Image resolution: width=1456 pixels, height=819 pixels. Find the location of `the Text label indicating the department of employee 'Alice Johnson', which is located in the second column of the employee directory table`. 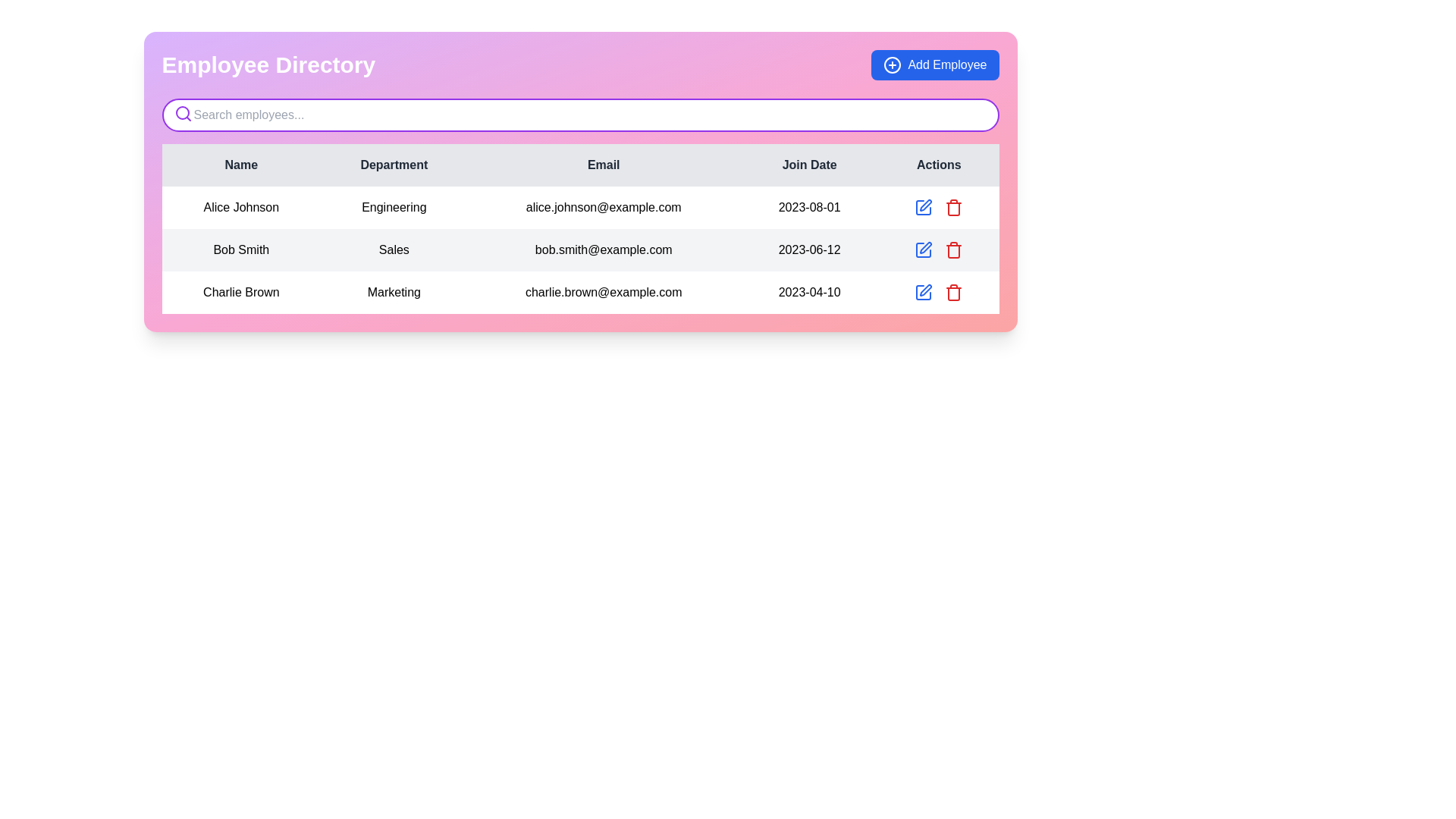

the Text label indicating the department of employee 'Alice Johnson', which is located in the second column of the employee directory table is located at coordinates (394, 207).